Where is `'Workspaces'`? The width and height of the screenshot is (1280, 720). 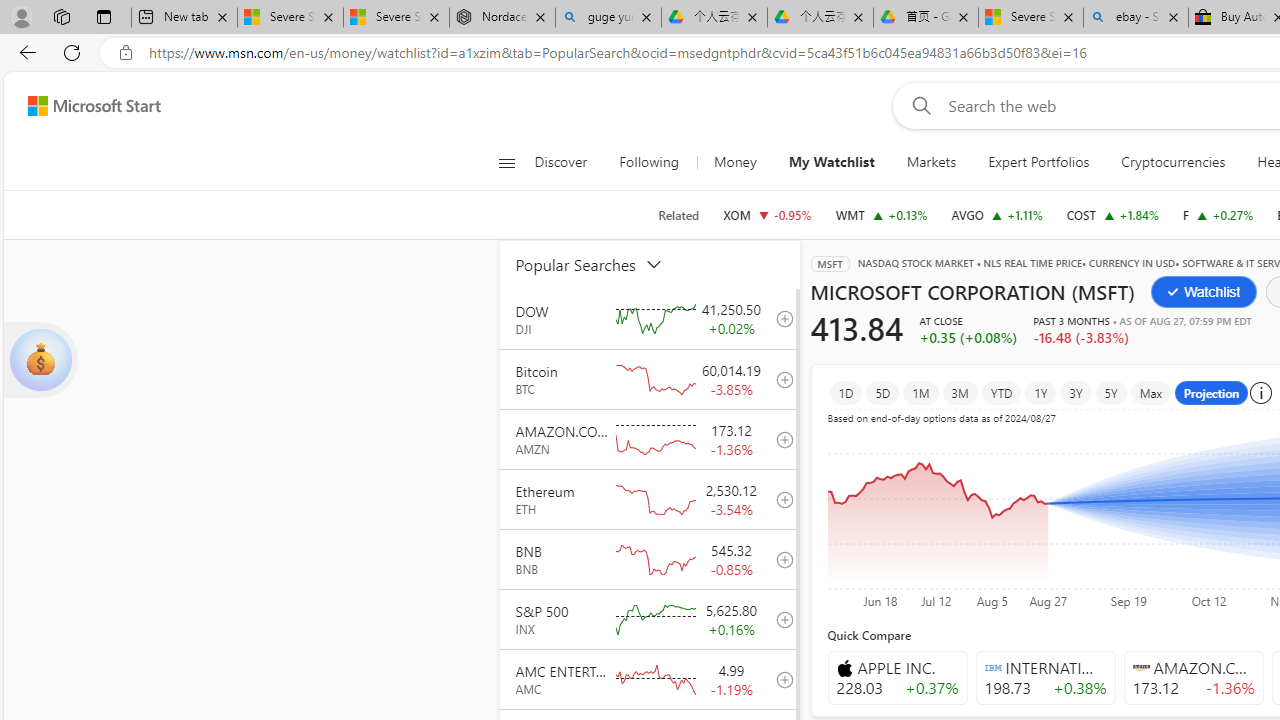 'Workspaces' is located at coordinates (61, 16).